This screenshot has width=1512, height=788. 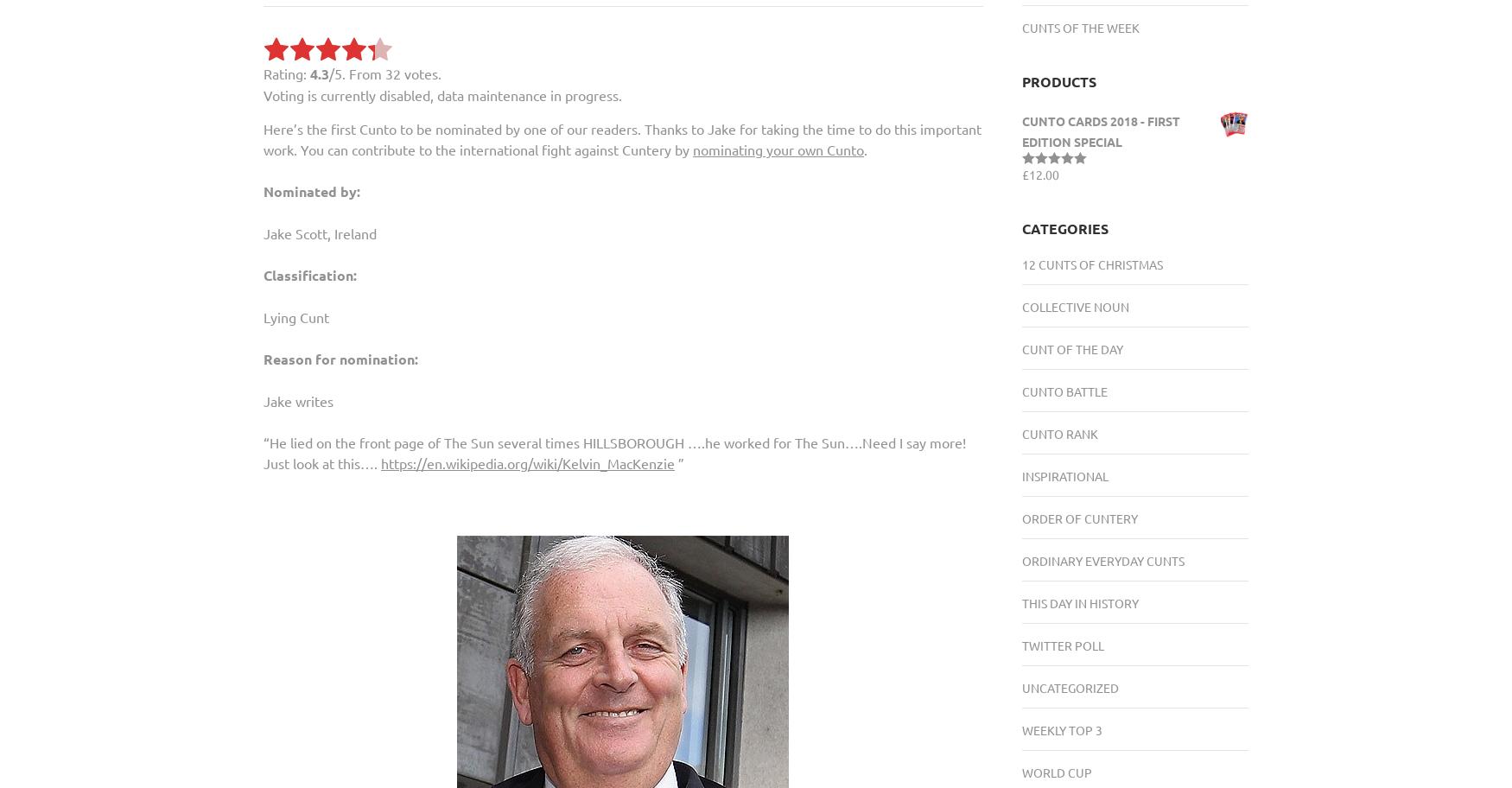 What do you see at coordinates (1069, 687) in the screenshot?
I see `'Uncategorized'` at bounding box center [1069, 687].